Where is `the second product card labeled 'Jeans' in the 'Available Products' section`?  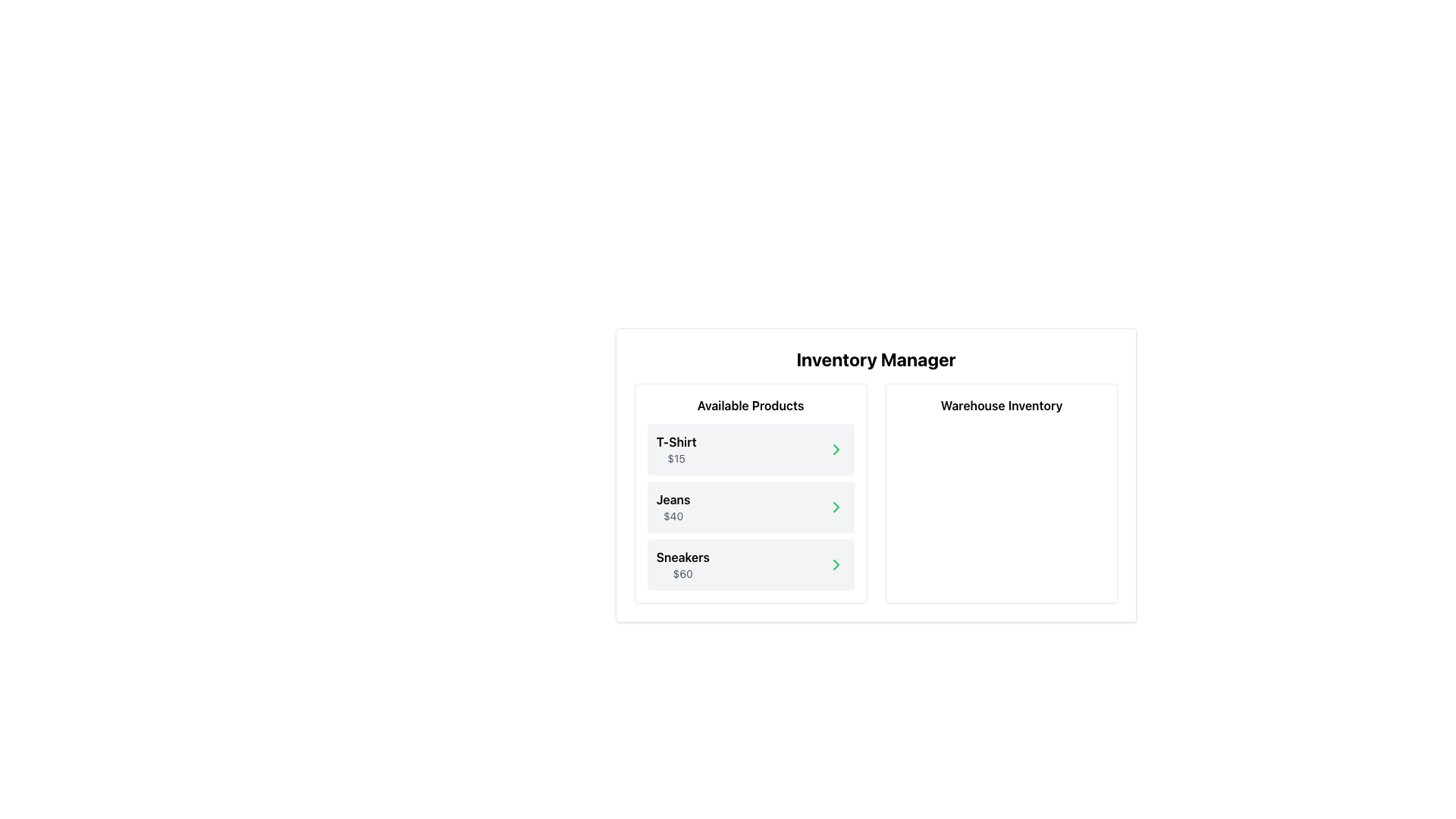
the second product card labeled 'Jeans' in the 'Available Products' section is located at coordinates (751, 494).